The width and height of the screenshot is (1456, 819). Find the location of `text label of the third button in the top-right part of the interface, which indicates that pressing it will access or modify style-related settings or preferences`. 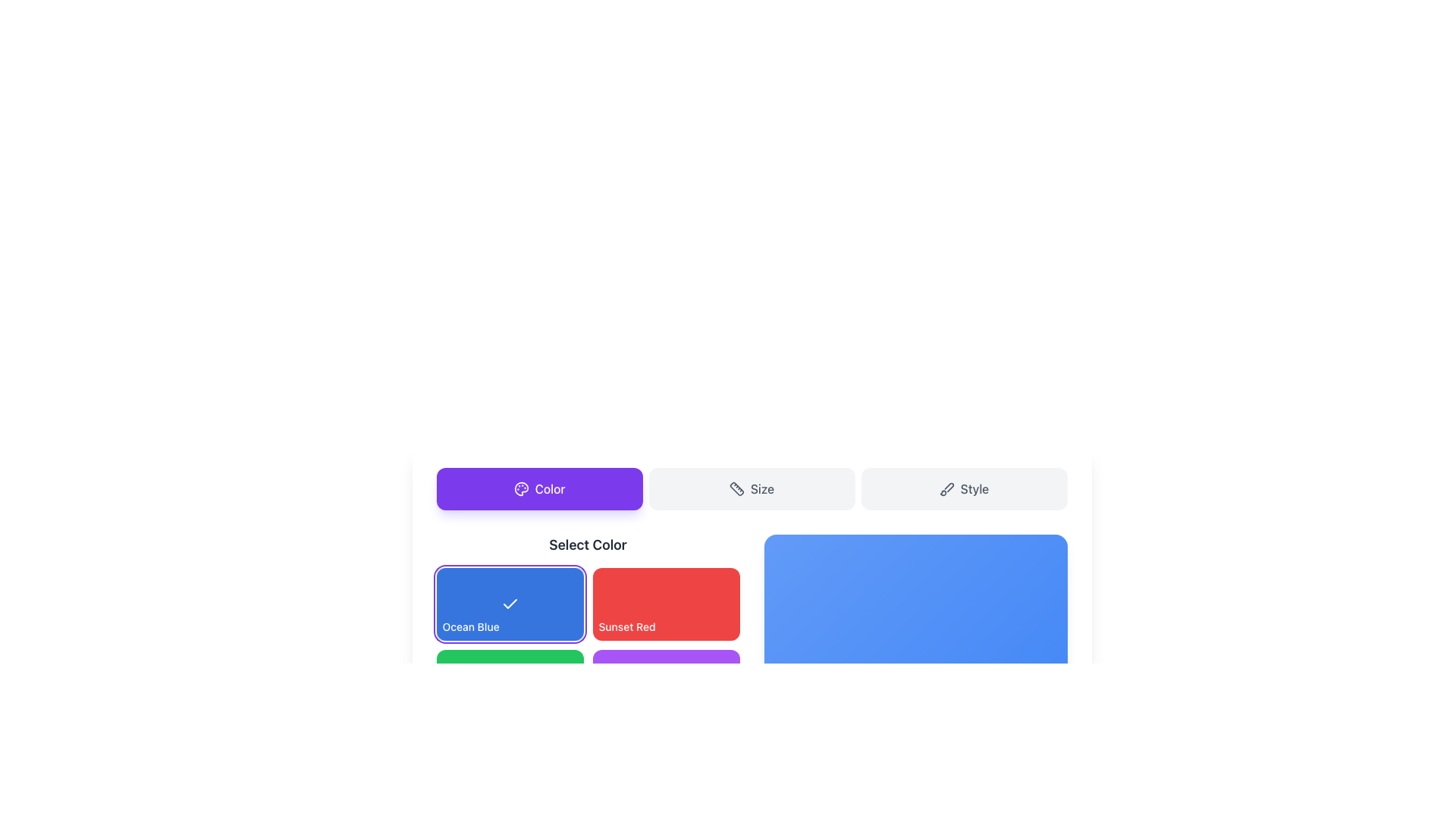

text label of the third button in the top-right part of the interface, which indicates that pressing it will access or modify style-related settings or preferences is located at coordinates (974, 488).